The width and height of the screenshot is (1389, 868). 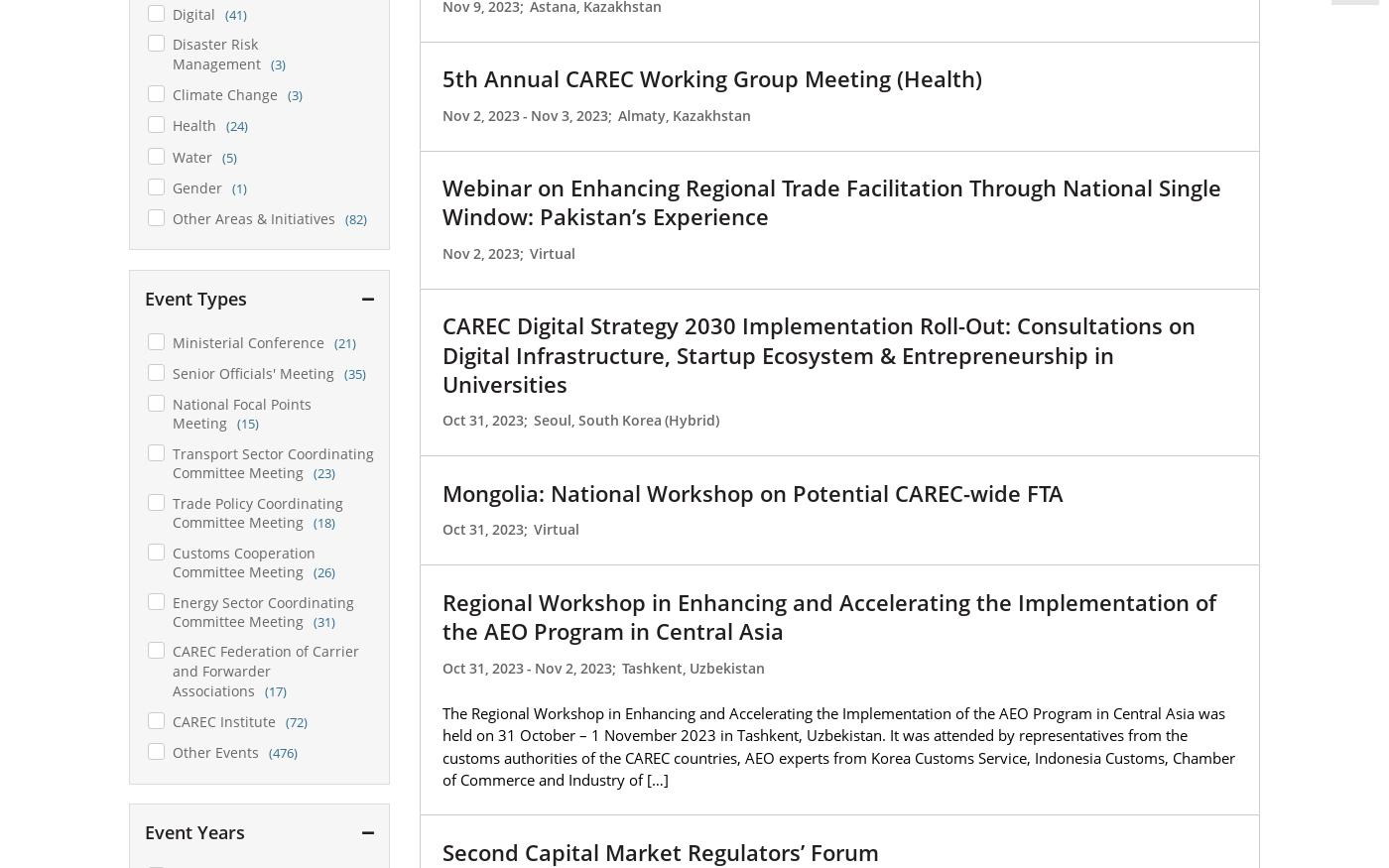 What do you see at coordinates (247, 423) in the screenshot?
I see `'(15)'` at bounding box center [247, 423].